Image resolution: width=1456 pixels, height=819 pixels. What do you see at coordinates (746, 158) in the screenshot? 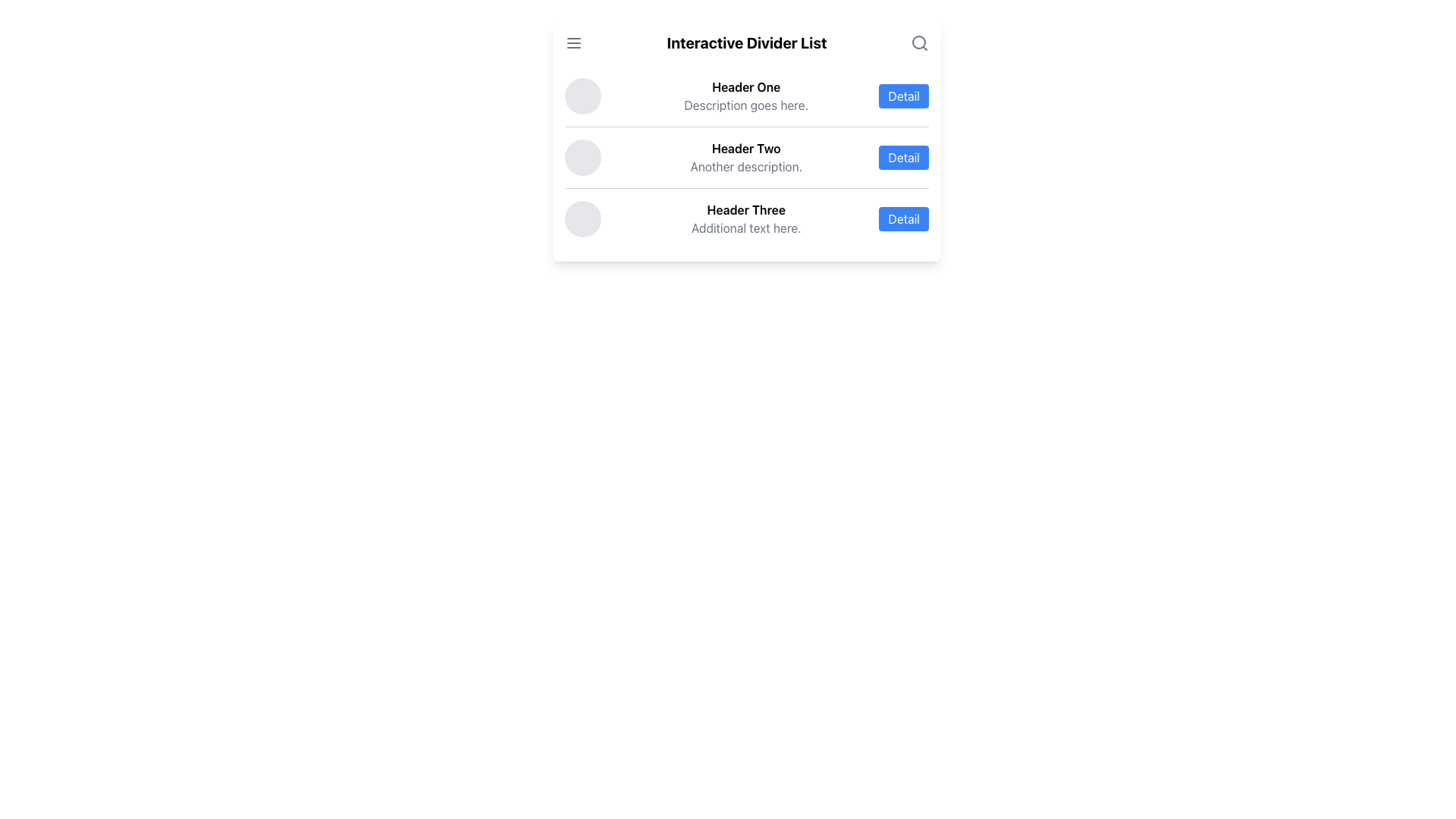
I see `the non-interactive text element that displays 'Header Two' and 'Another description.' in a structured vertical list, positioned between 'Header One' and 'Header Three'` at bounding box center [746, 158].